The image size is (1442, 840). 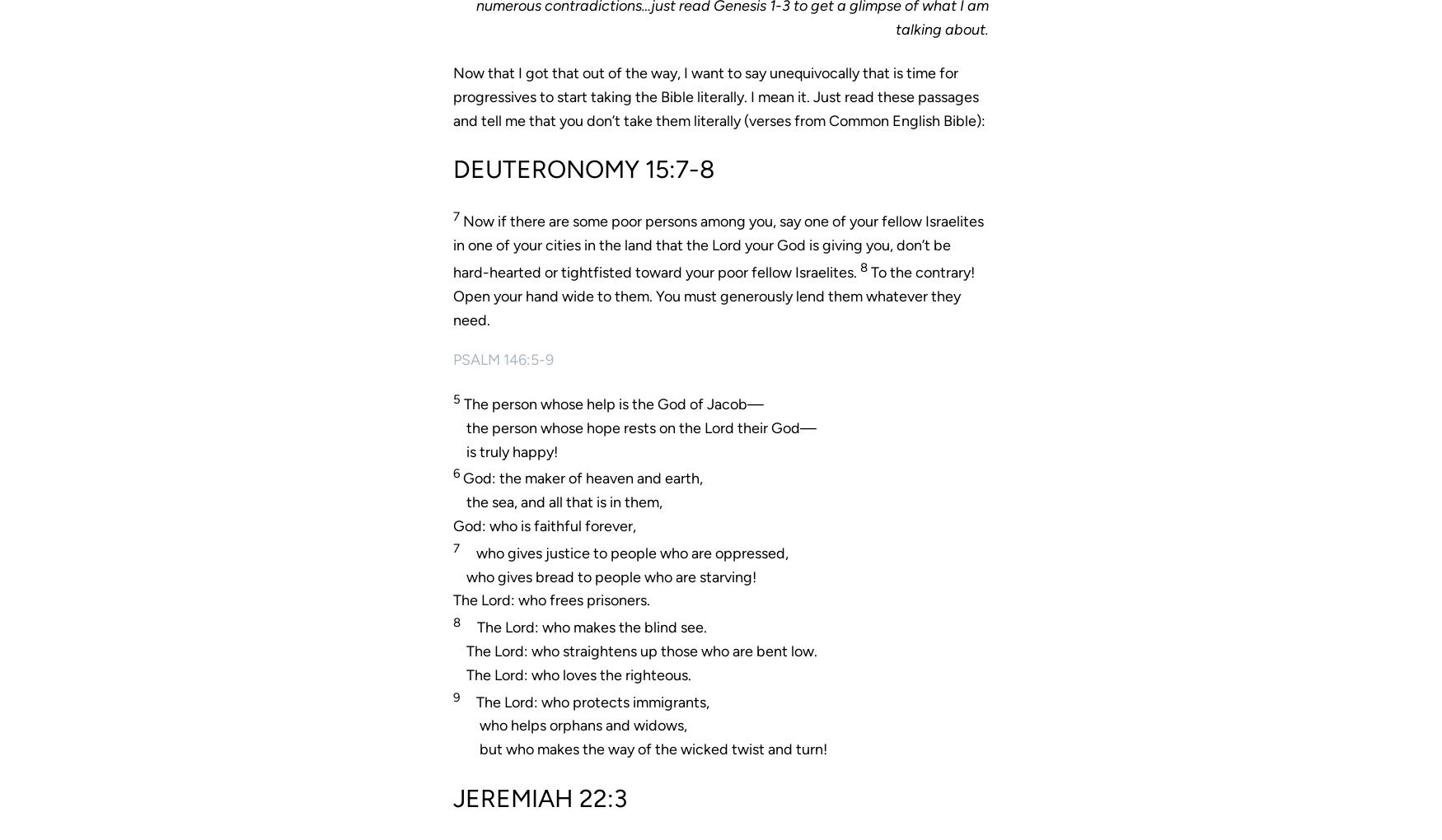 I want to click on ': who straightens up those who are bent low.', so click(x=522, y=649).